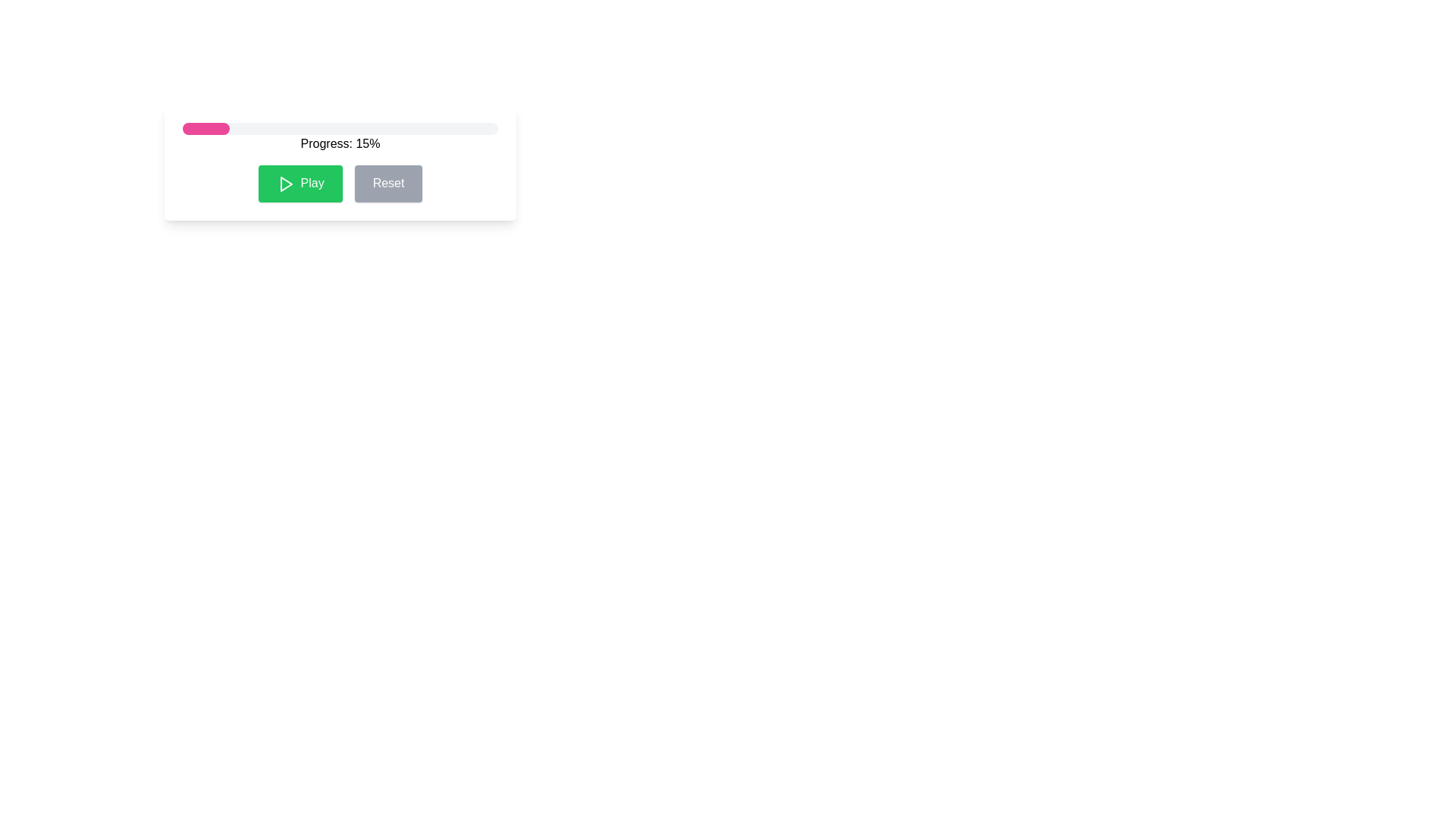  What do you see at coordinates (286, 183) in the screenshot?
I see `the triangular play icon with a green stroke, which is part of the 'Play' button` at bounding box center [286, 183].